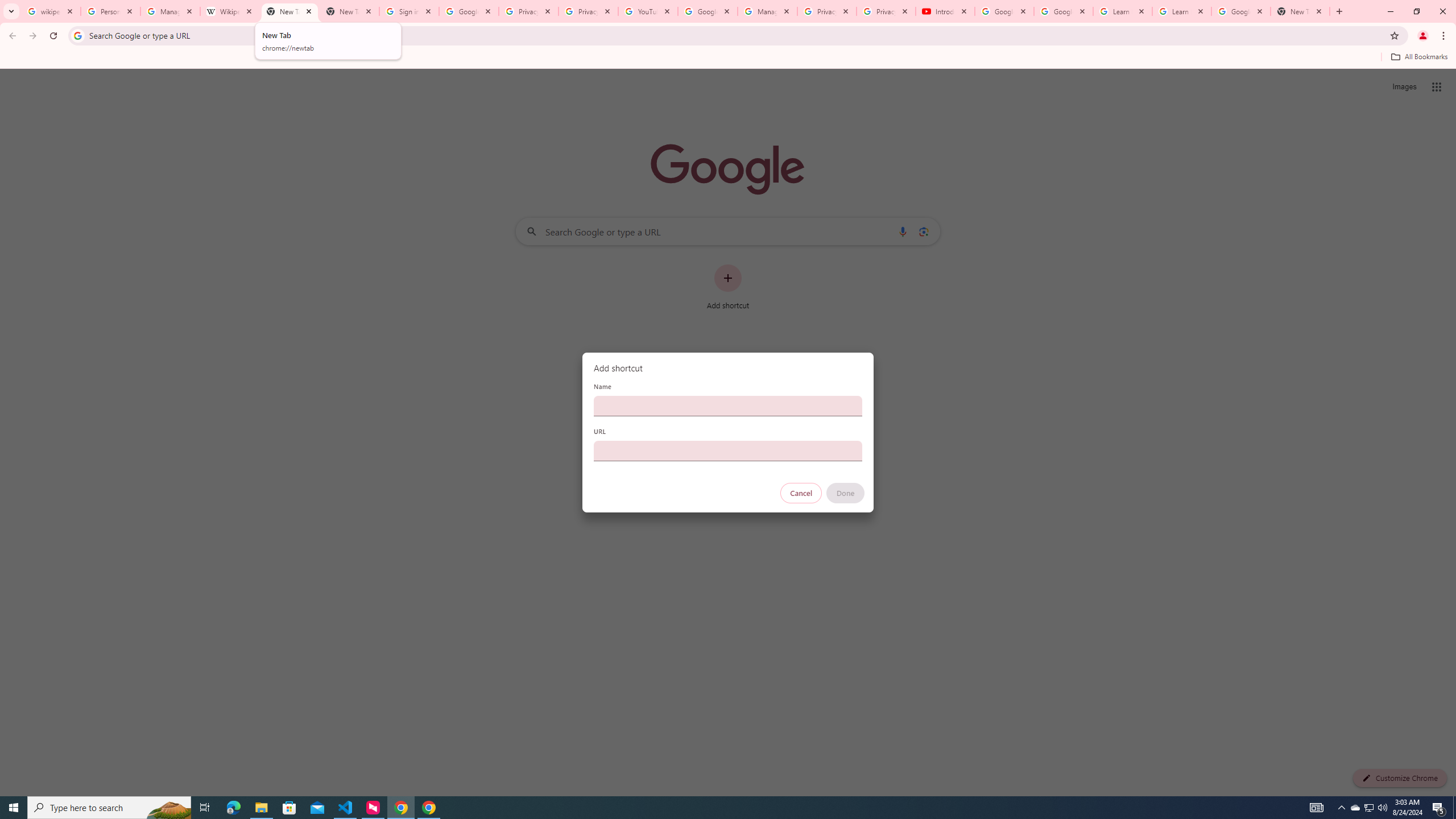 Image resolution: width=1456 pixels, height=819 pixels. I want to click on 'Cancel', so click(801, 493).